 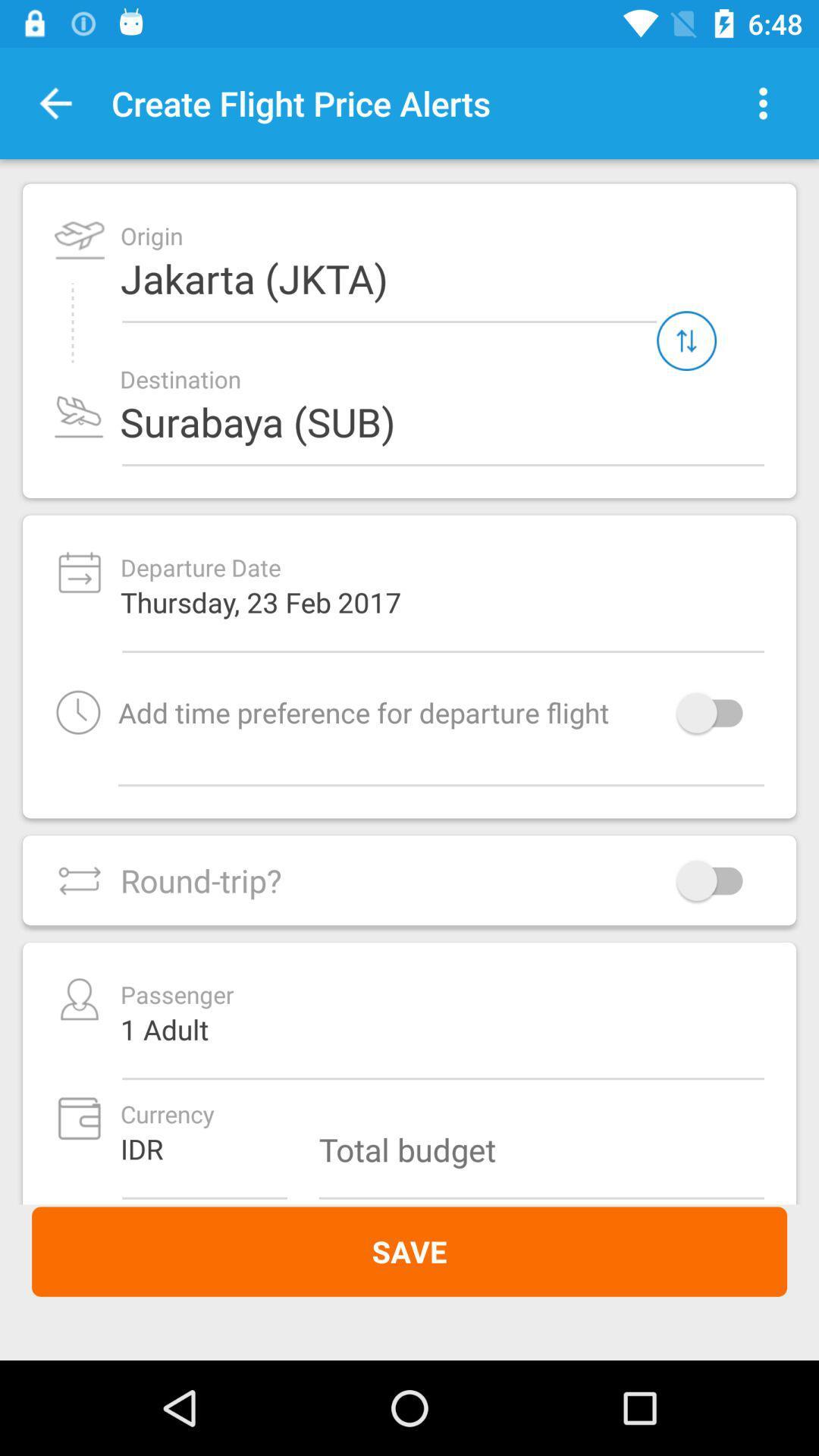 What do you see at coordinates (686, 340) in the screenshot?
I see `switch origin and destination` at bounding box center [686, 340].